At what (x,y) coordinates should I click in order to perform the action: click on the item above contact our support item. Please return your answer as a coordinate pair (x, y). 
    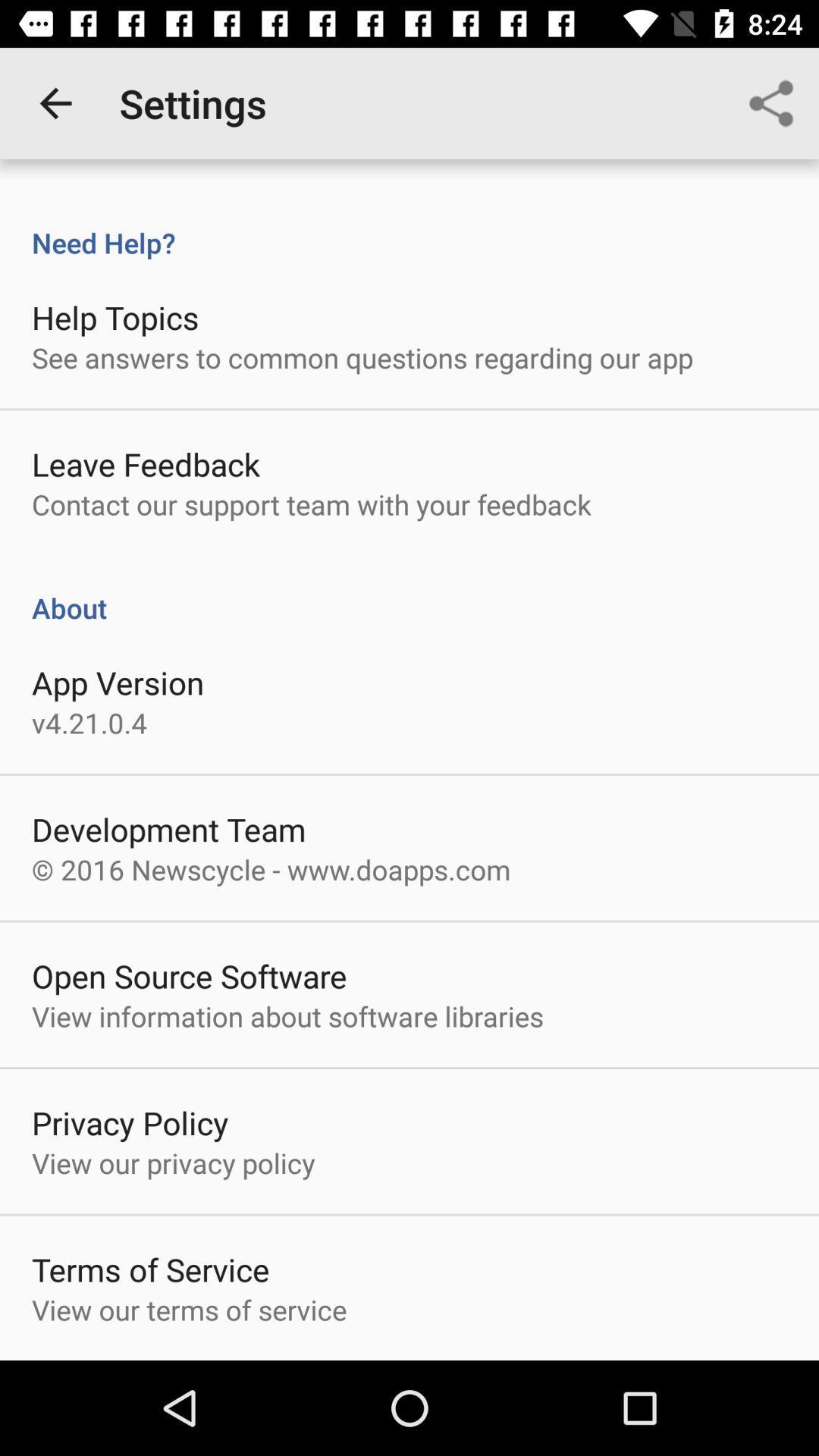
    Looking at the image, I should click on (146, 463).